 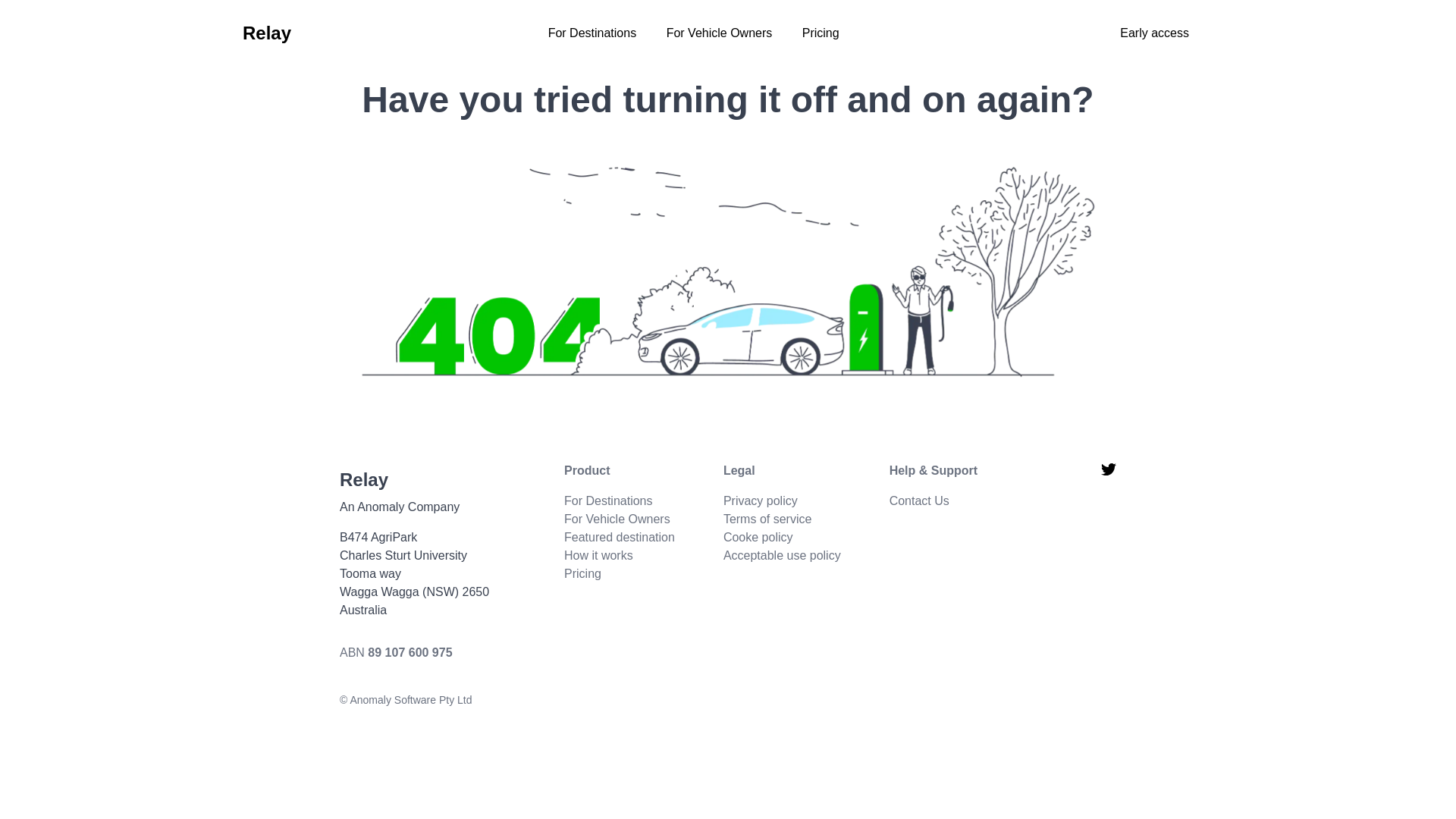 I want to click on 'Acceptable use policy', so click(x=782, y=555).